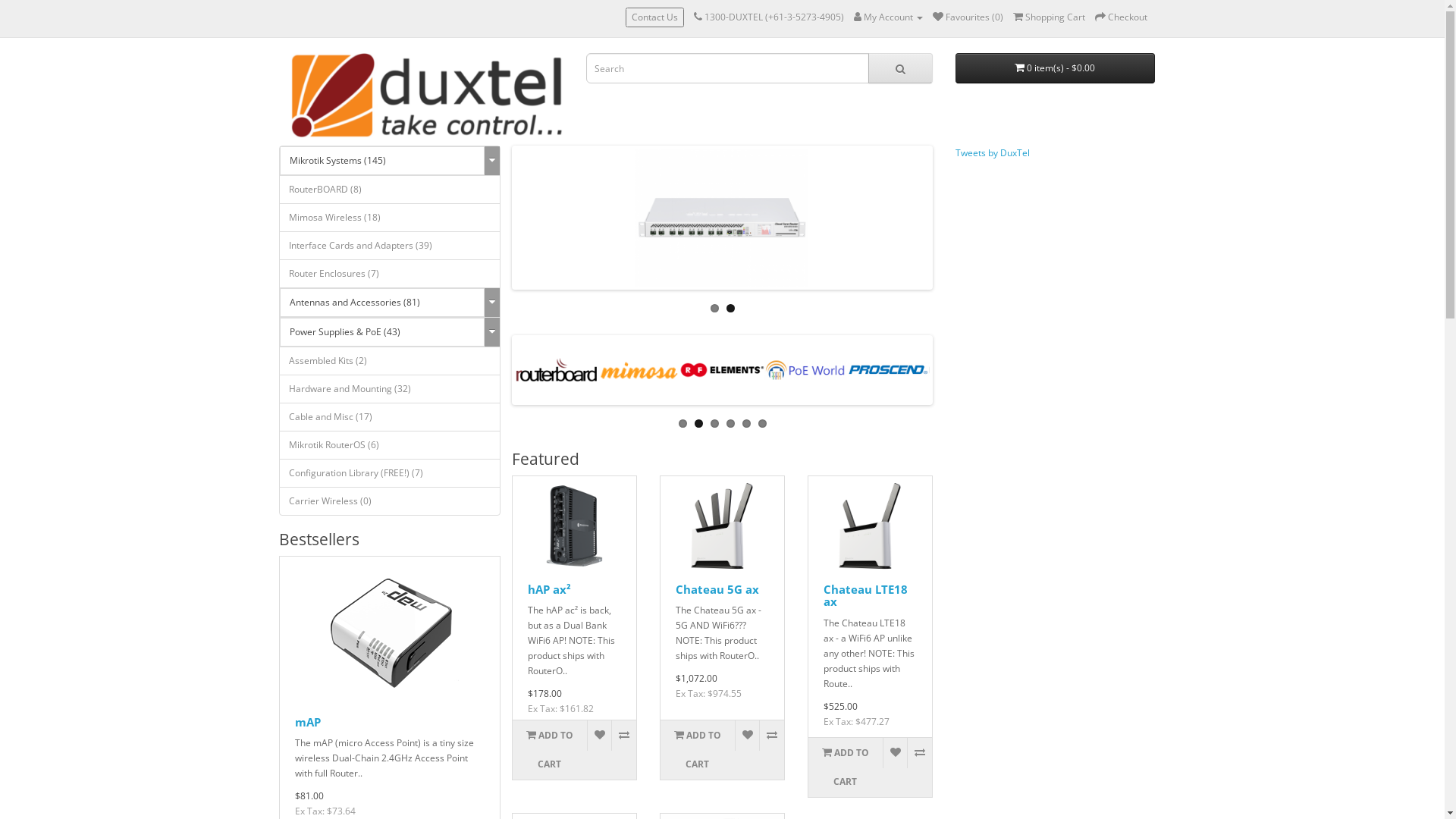  I want to click on 'Power Supplies & PoE (43)', so click(381, 331).